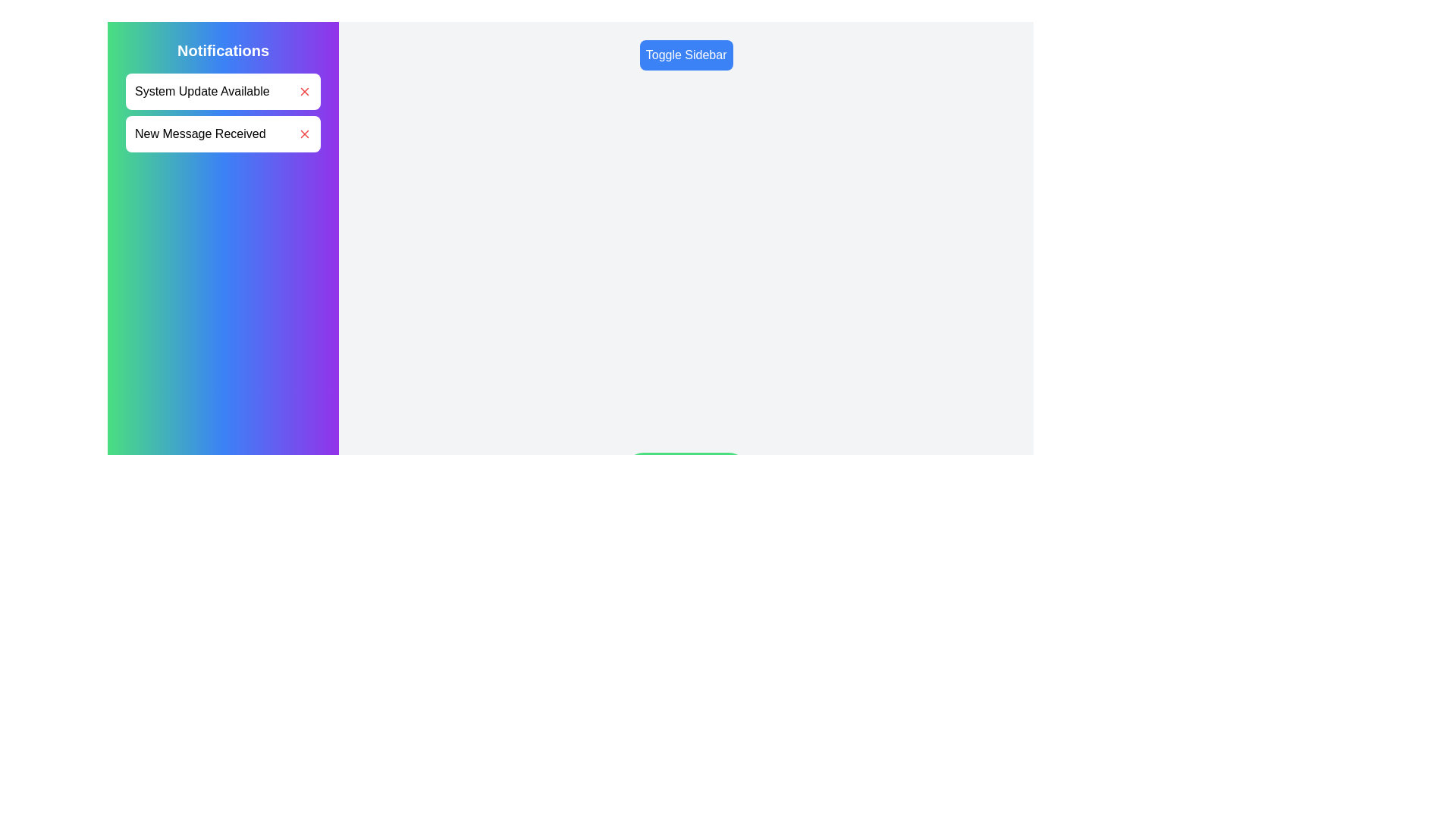  I want to click on the label displaying 'New Message Received', which is styled in black text against a light background and is the second item in the sidebar list, so click(199, 133).